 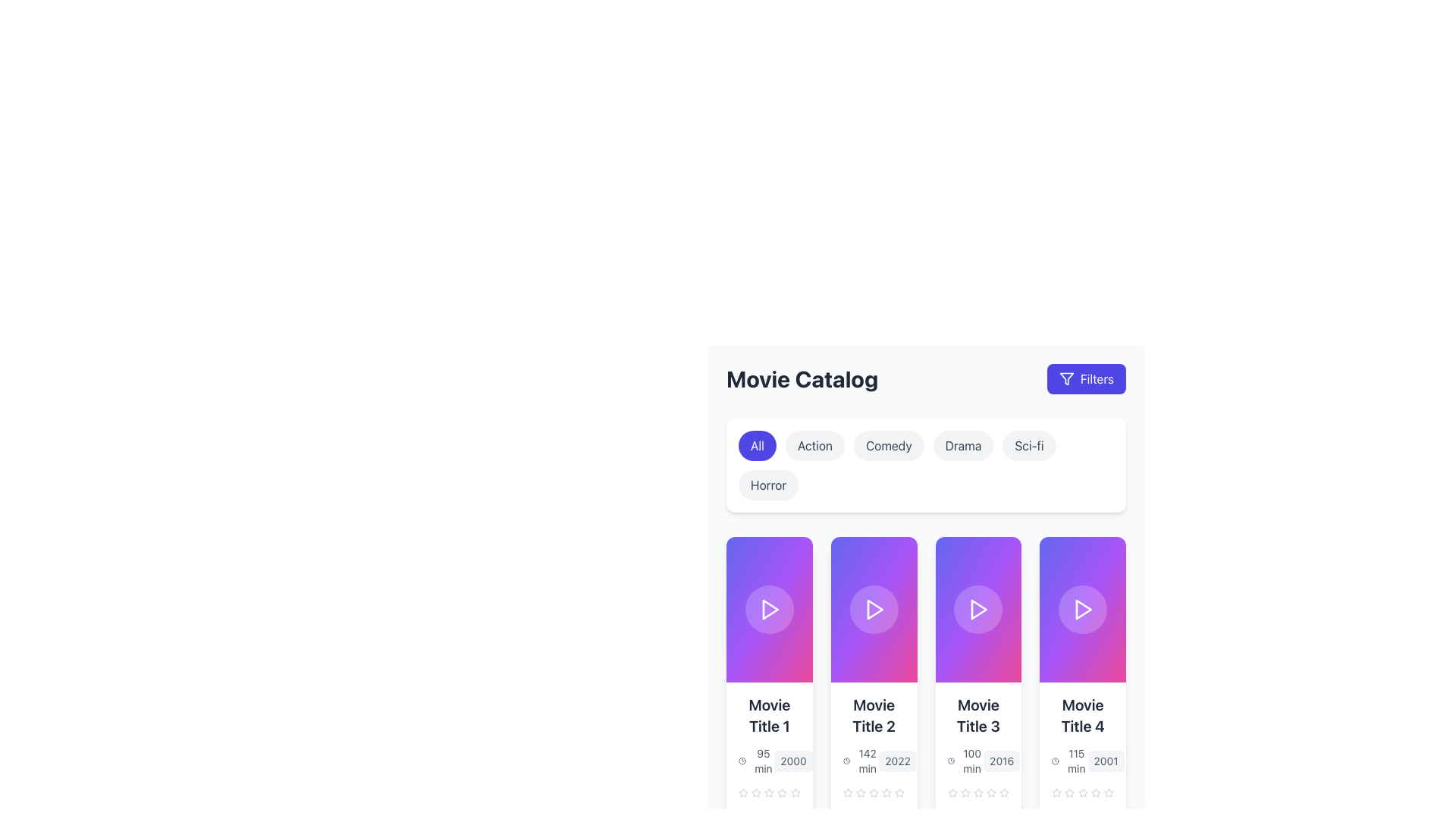 What do you see at coordinates (1082, 716) in the screenshot?
I see `text content of the static text label displaying 'Movie Title 4', which is styled in bold and slightly larger font, located beneath the movie card` at bounding box center [1082, 716].